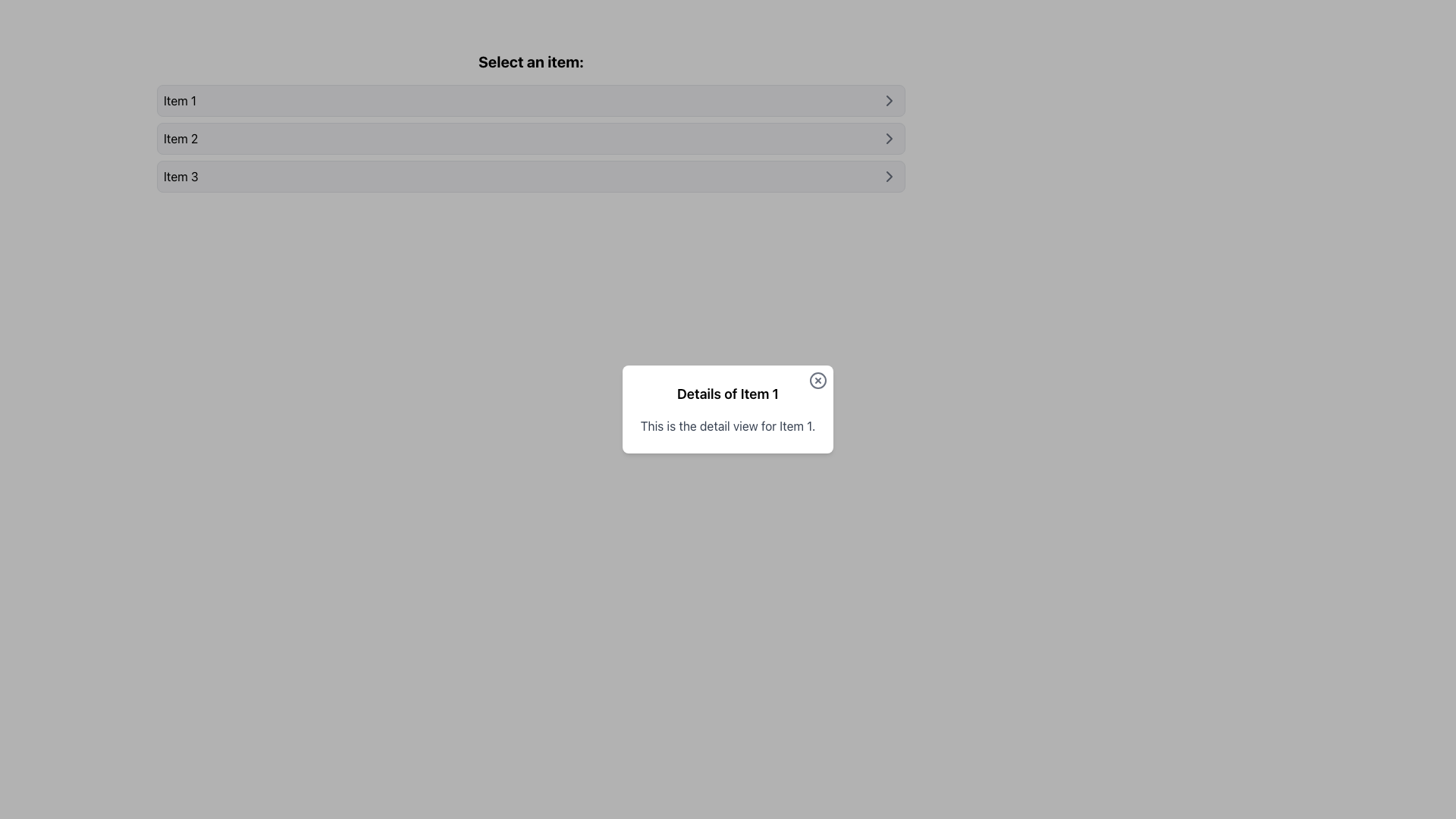 Image resolution: width=1456 pixels, height=819 pixels. I want to click on the small circular button with an 'X' icon located at the top-right corner of the modal window titled 'Details of Item 1' to change its color, so click(817, 379).